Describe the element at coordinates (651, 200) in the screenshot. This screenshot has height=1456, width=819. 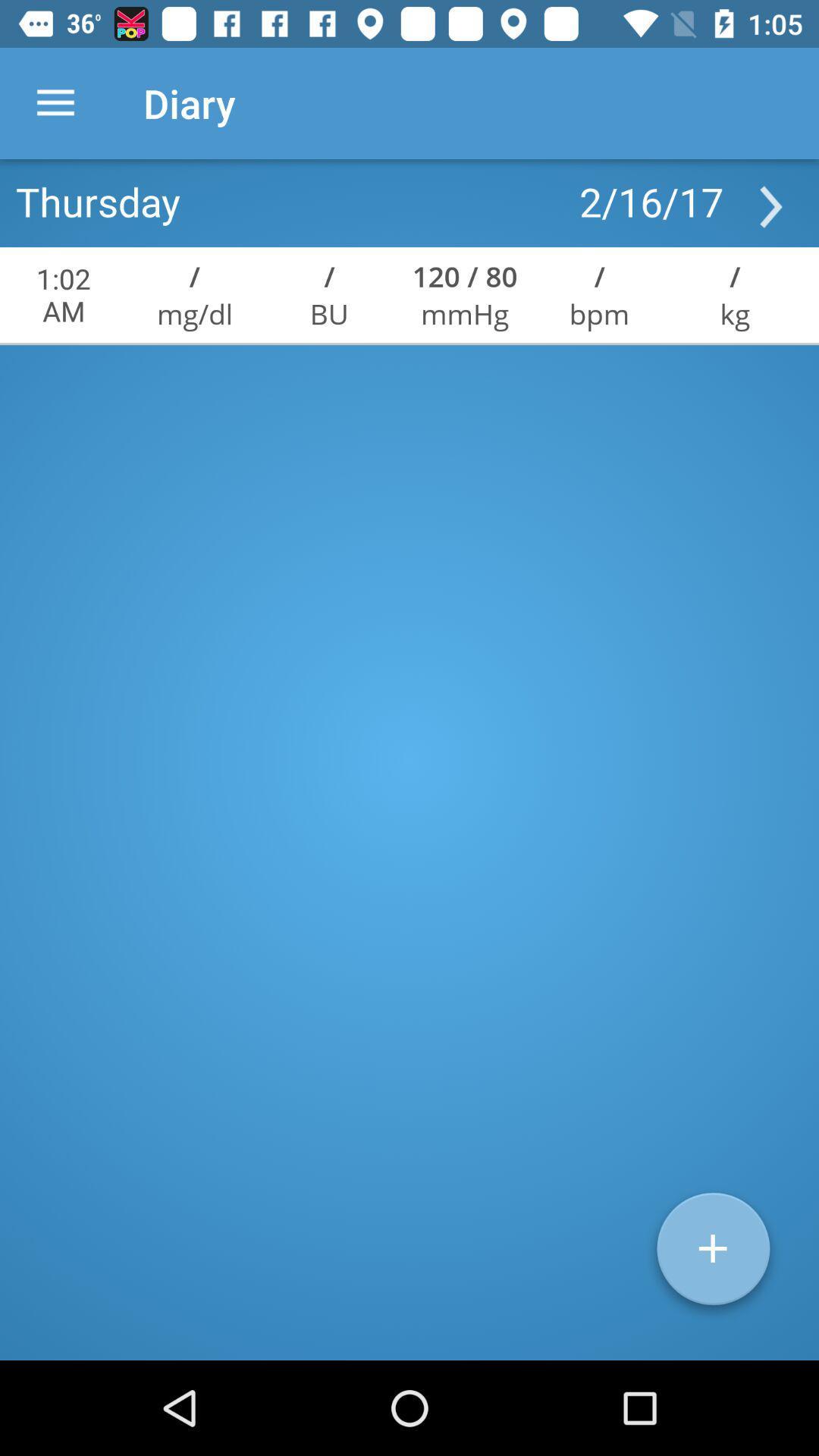
I see `2/16/17` at that location.